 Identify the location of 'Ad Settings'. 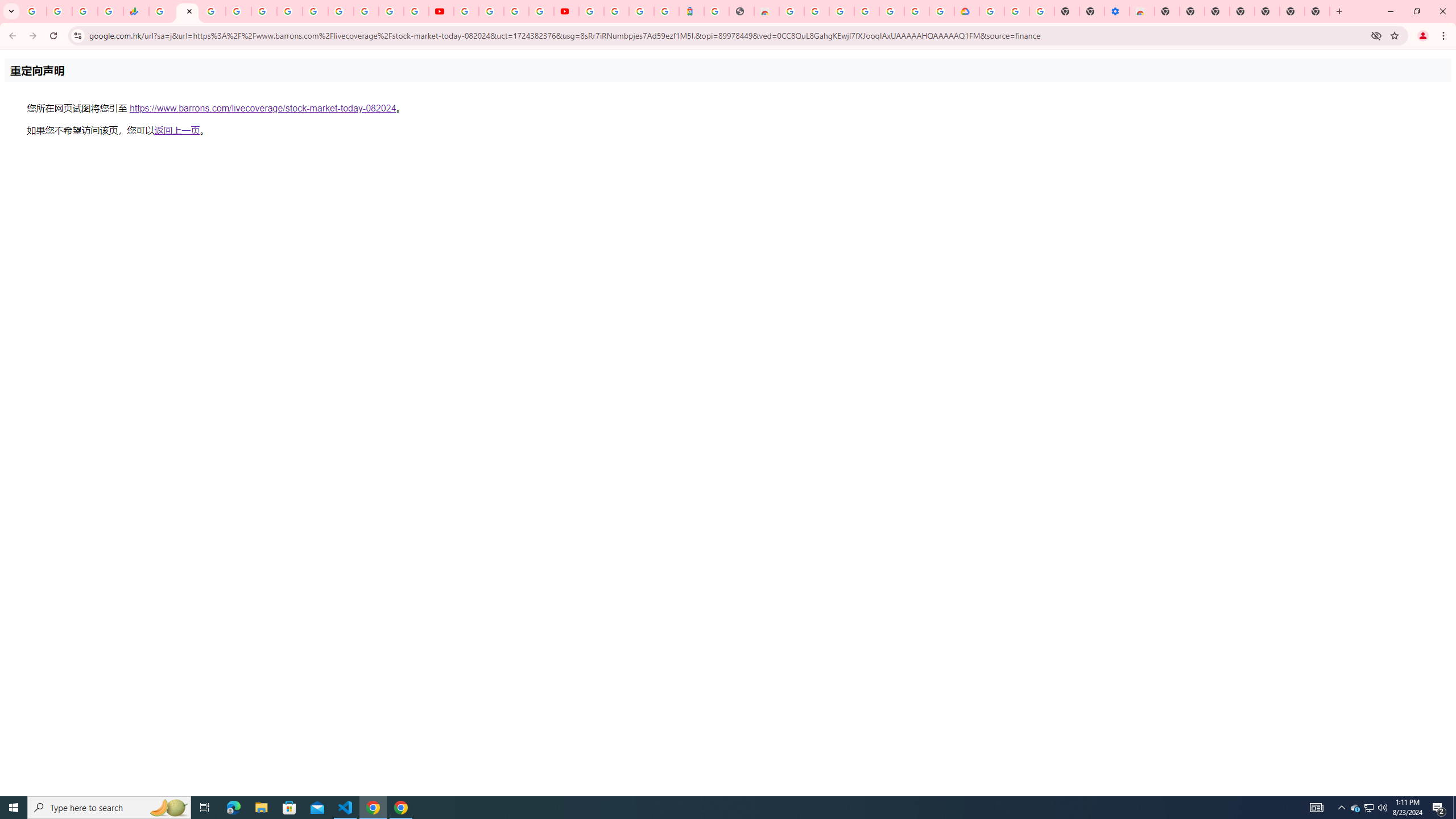
(816, 11).